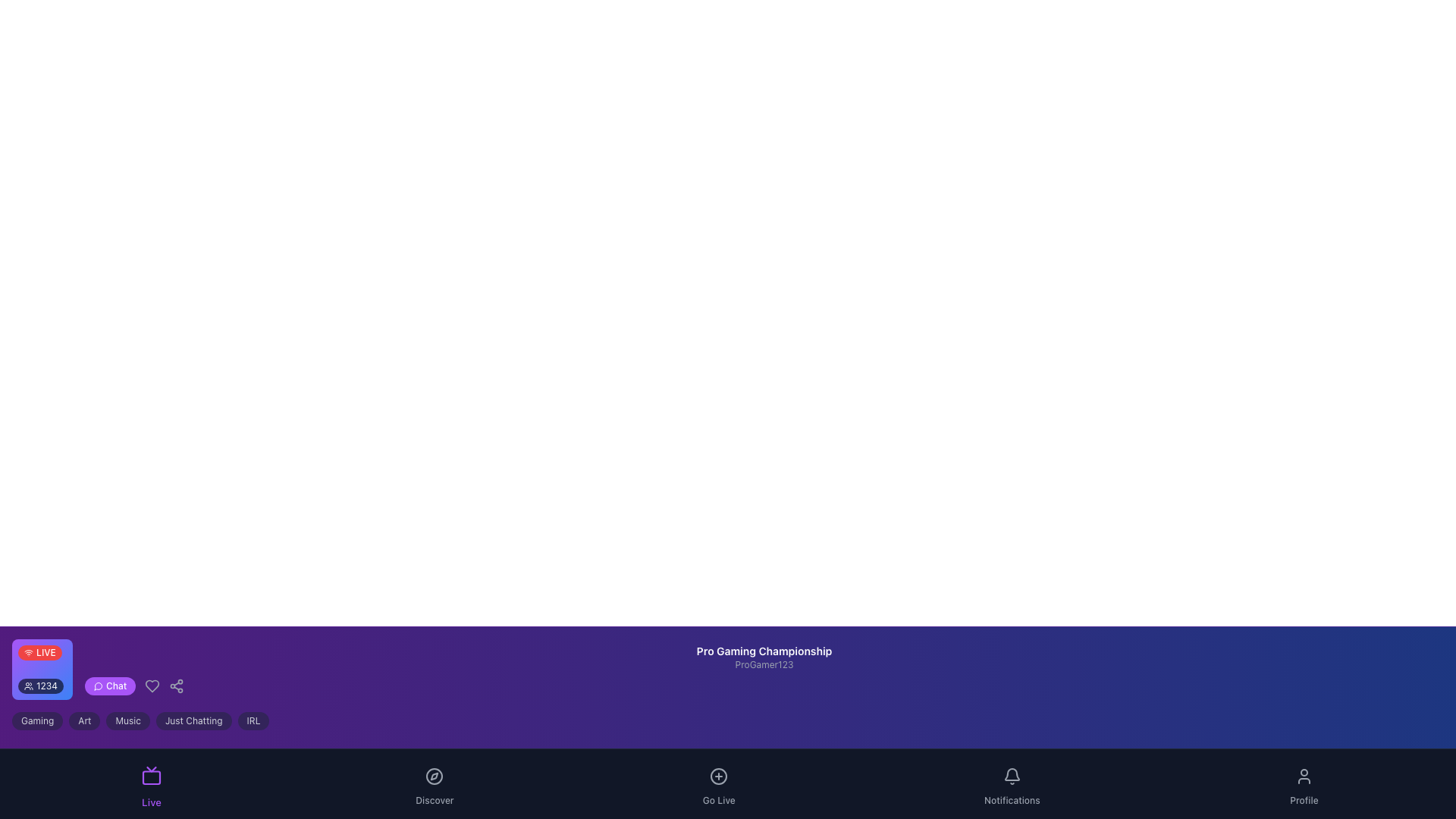 The width and height of the screenshot is (1456, 819). What do you see at coordinates (152, 783) in the screenshot?
I see `the icon button on the far left of the bottom navigation bar` at bounding box center [152, 783].